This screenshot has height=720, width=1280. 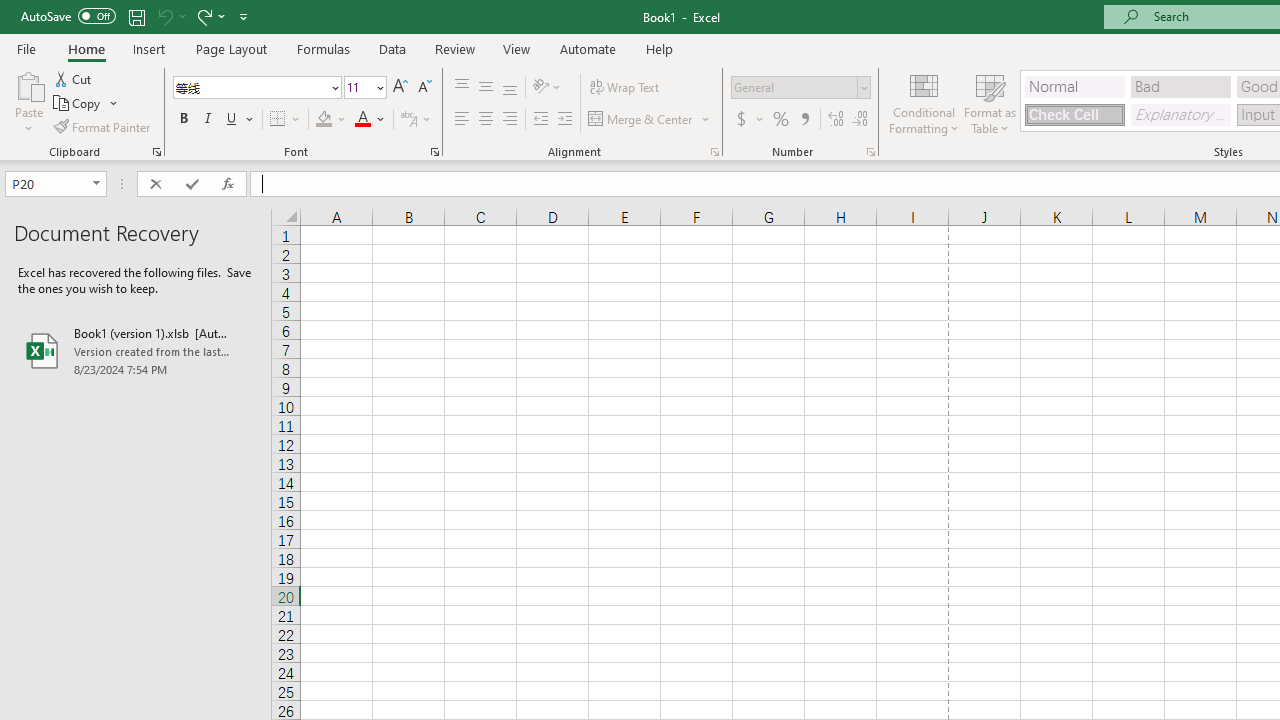 I want to click on 'Font', so click(x=249, y=86).